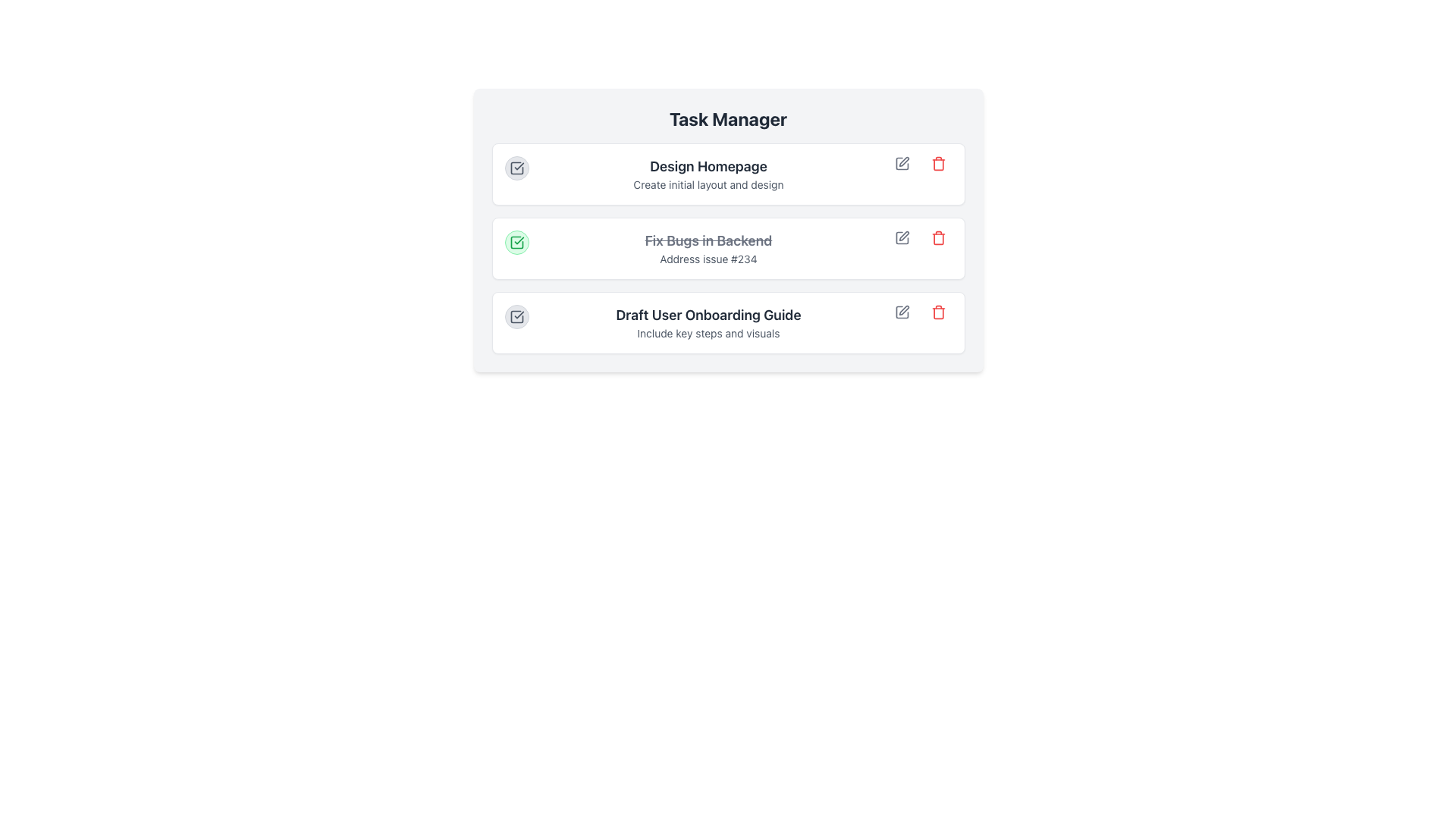 This screenshot has height=819, width=1456. Describe the element at coordinates (902, 312) in the screenshot. I see `the edit pen icon located in the third task card labeled 'Draft User Onboarding Guide' to initiate edit mode` at that location.